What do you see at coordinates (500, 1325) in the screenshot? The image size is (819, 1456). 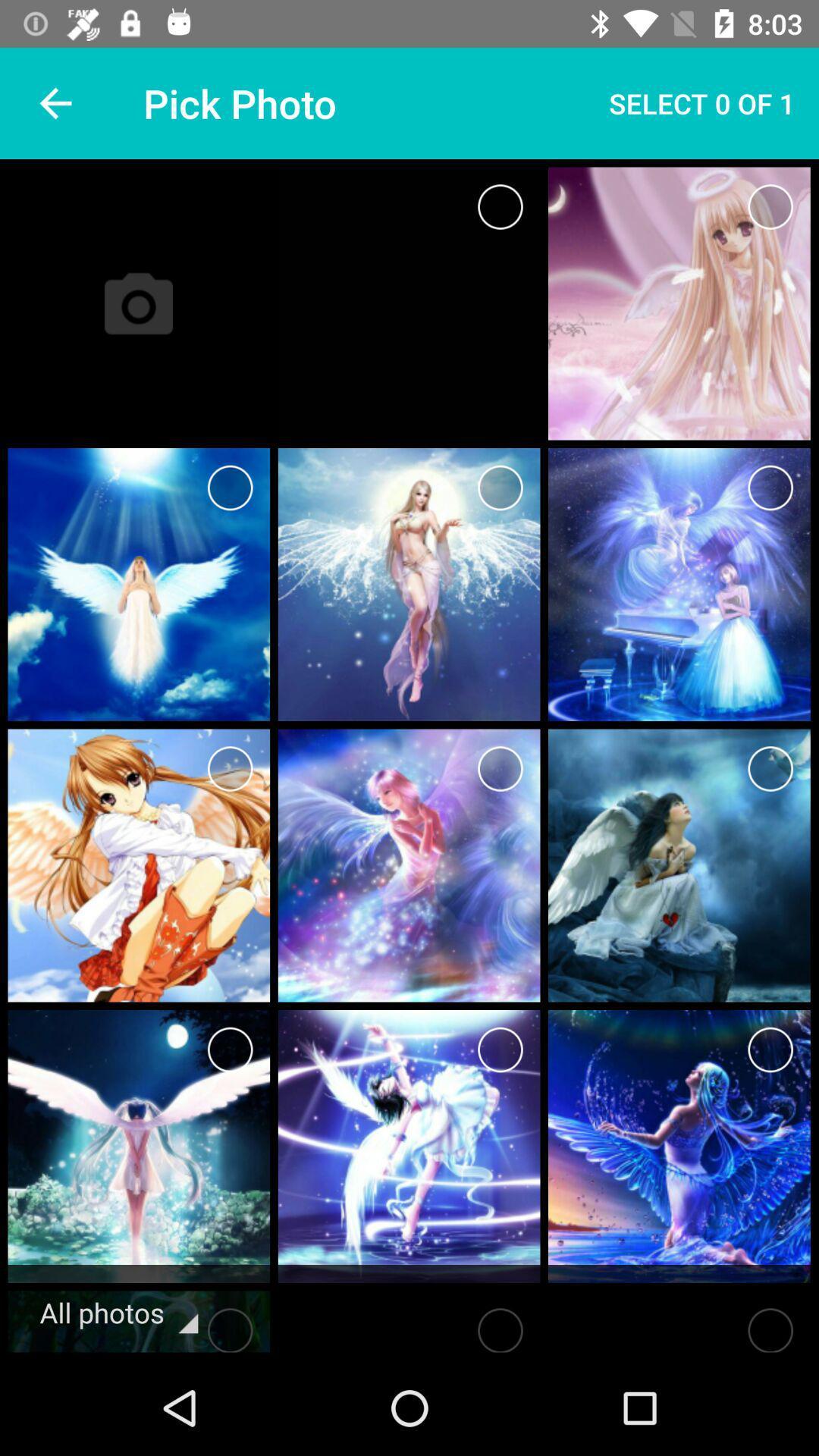 I see `object` at bounding box center [500, 1325].